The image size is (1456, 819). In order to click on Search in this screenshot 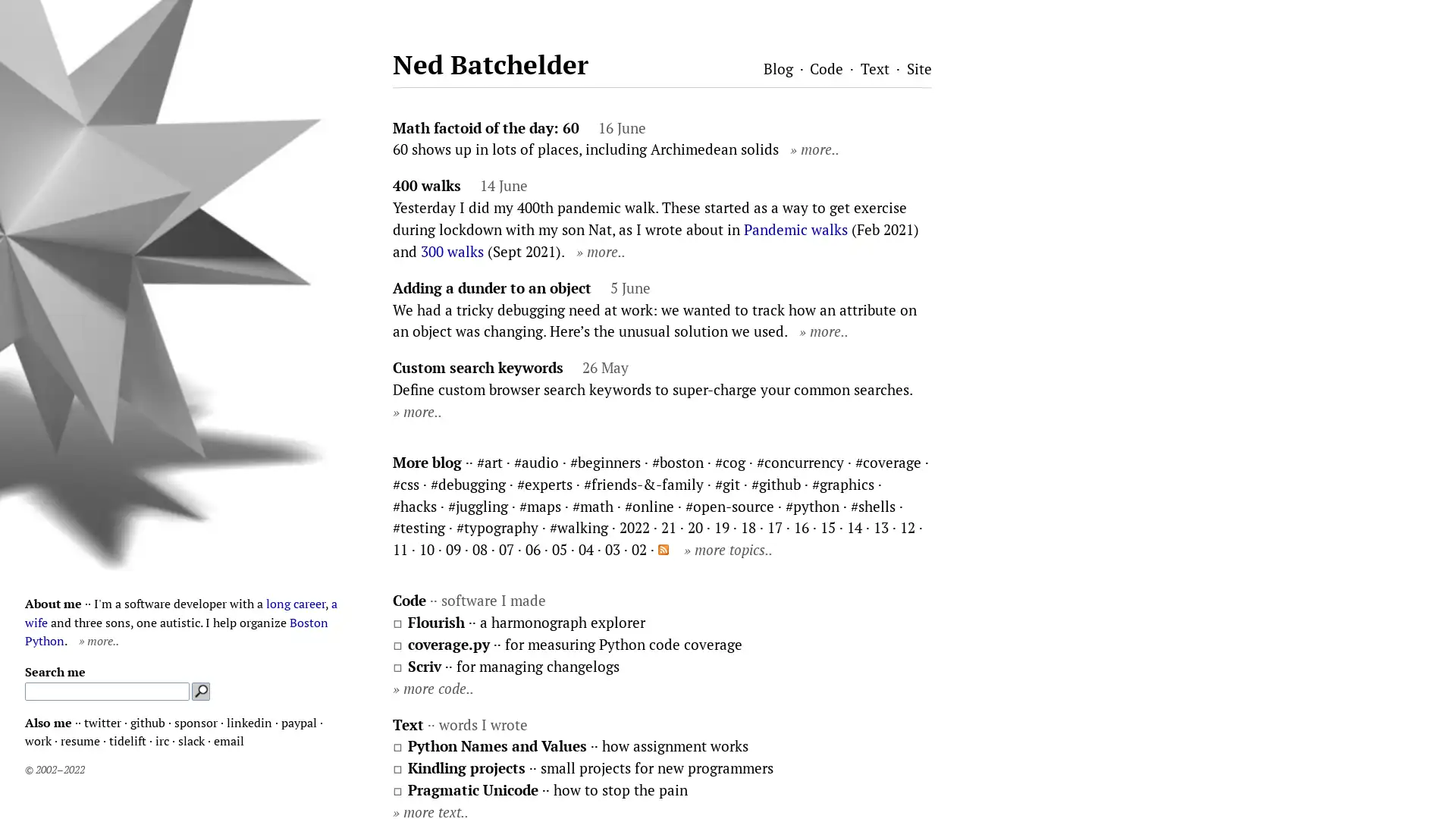, I will do `click(199, 691)`.